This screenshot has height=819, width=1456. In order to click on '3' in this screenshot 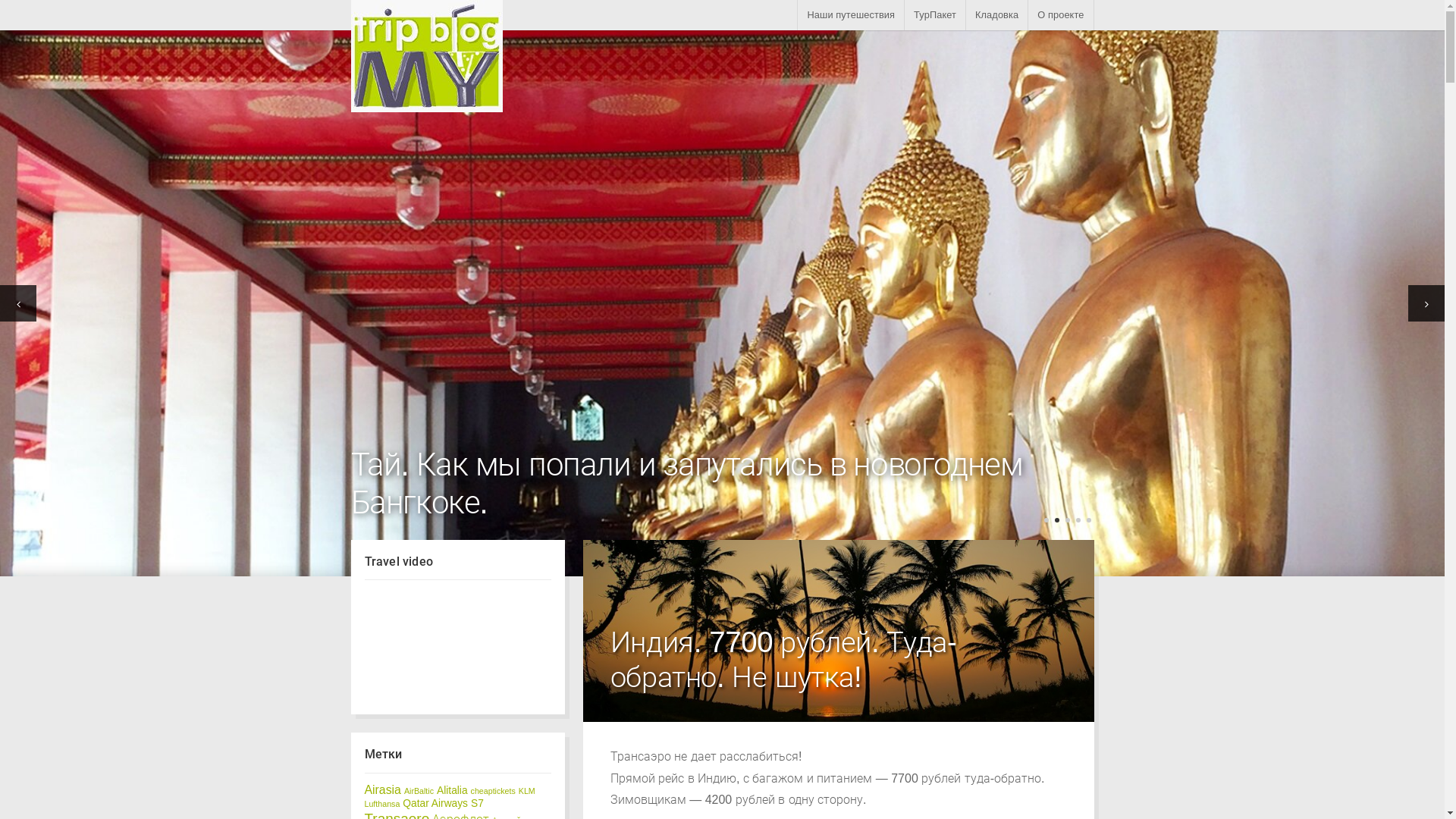, I will do `click(1065, 519)`.